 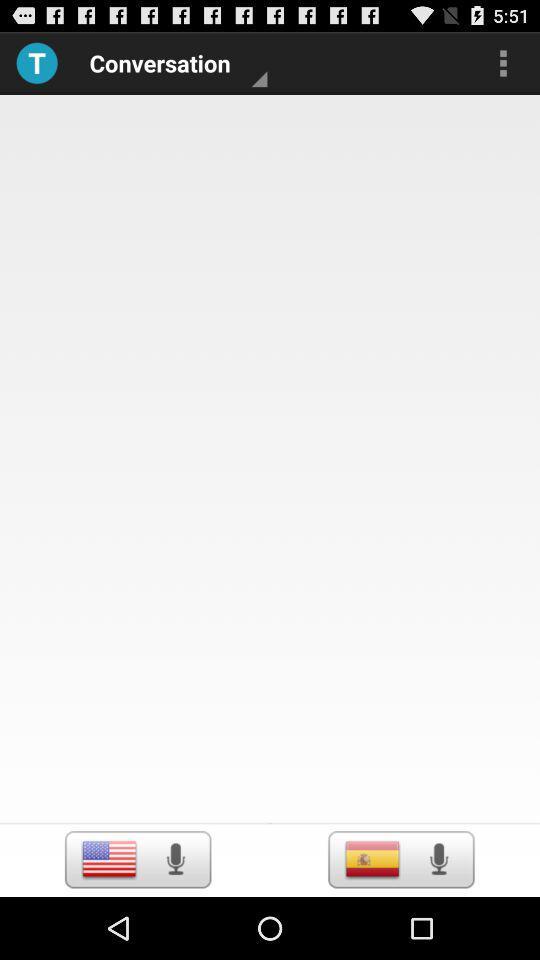 I want to click on record english audio, so click(x=175, y=858).